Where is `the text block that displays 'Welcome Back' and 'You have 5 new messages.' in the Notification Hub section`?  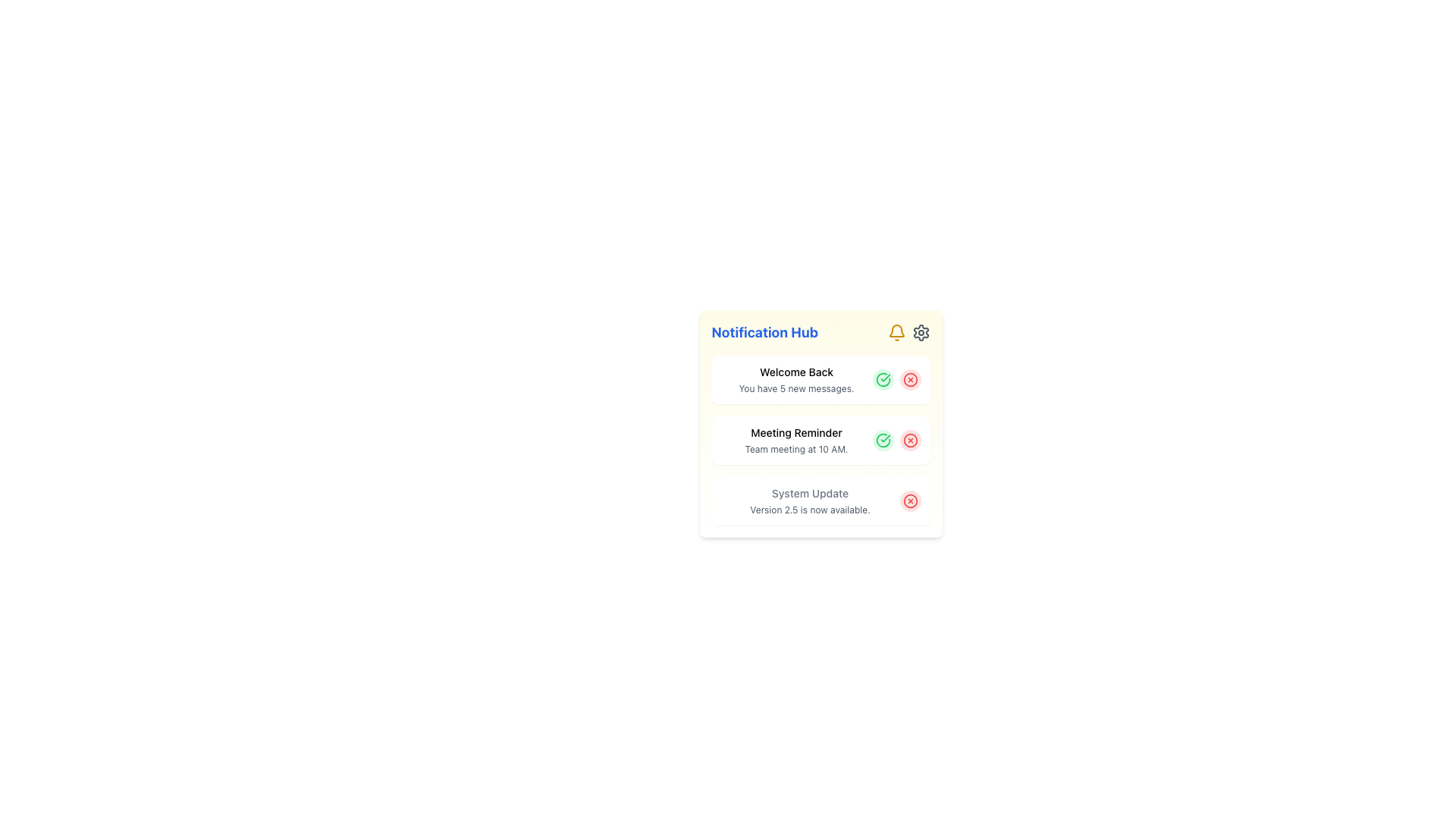 the text block that displays 'Welcome Back' and 'You have 5 new messages.' in the Notification Hub section is located at coordinates (795, 379).